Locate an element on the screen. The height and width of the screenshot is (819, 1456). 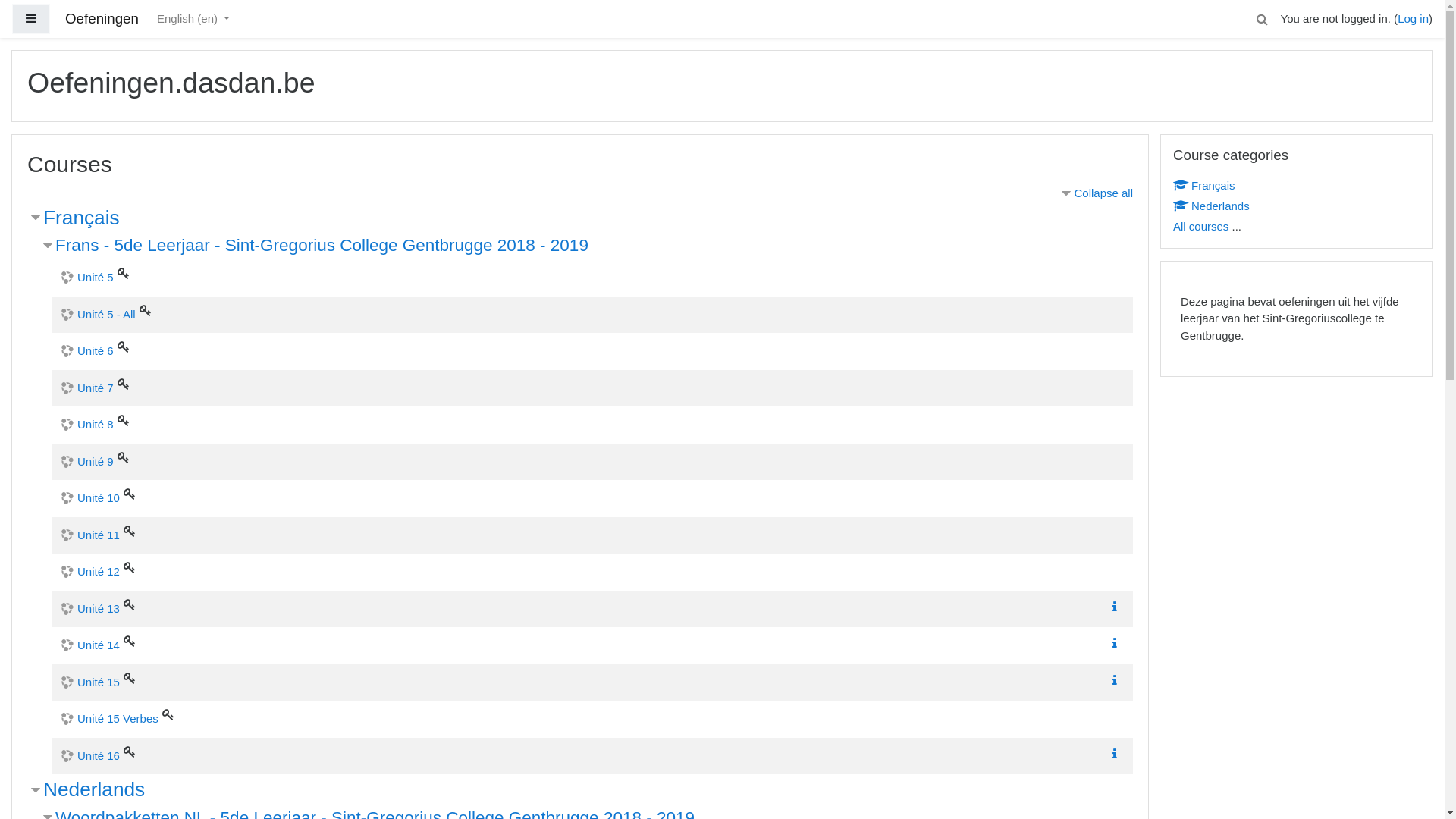
'Self enrolment' is located at coordinates (124, 751).